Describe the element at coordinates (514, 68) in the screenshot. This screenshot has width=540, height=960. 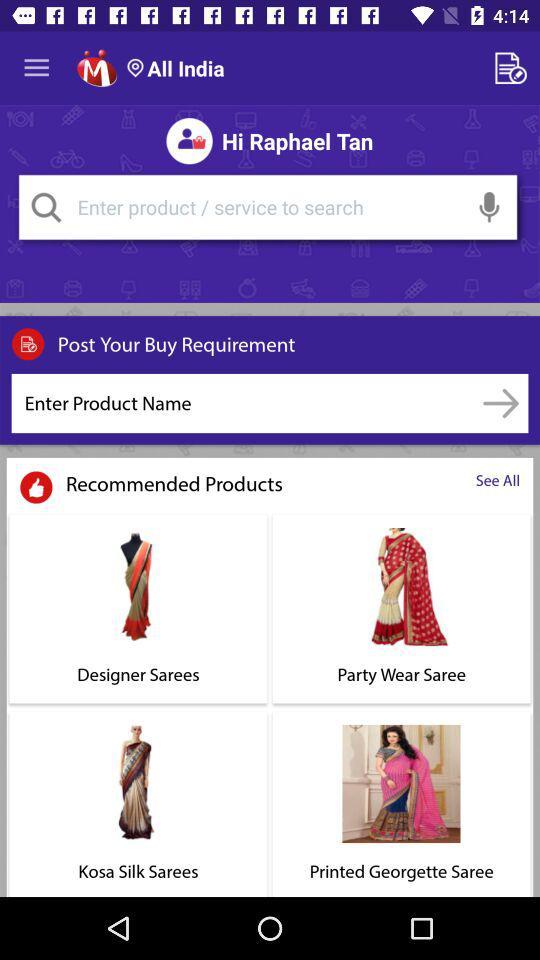
I see `contact form` at that location.